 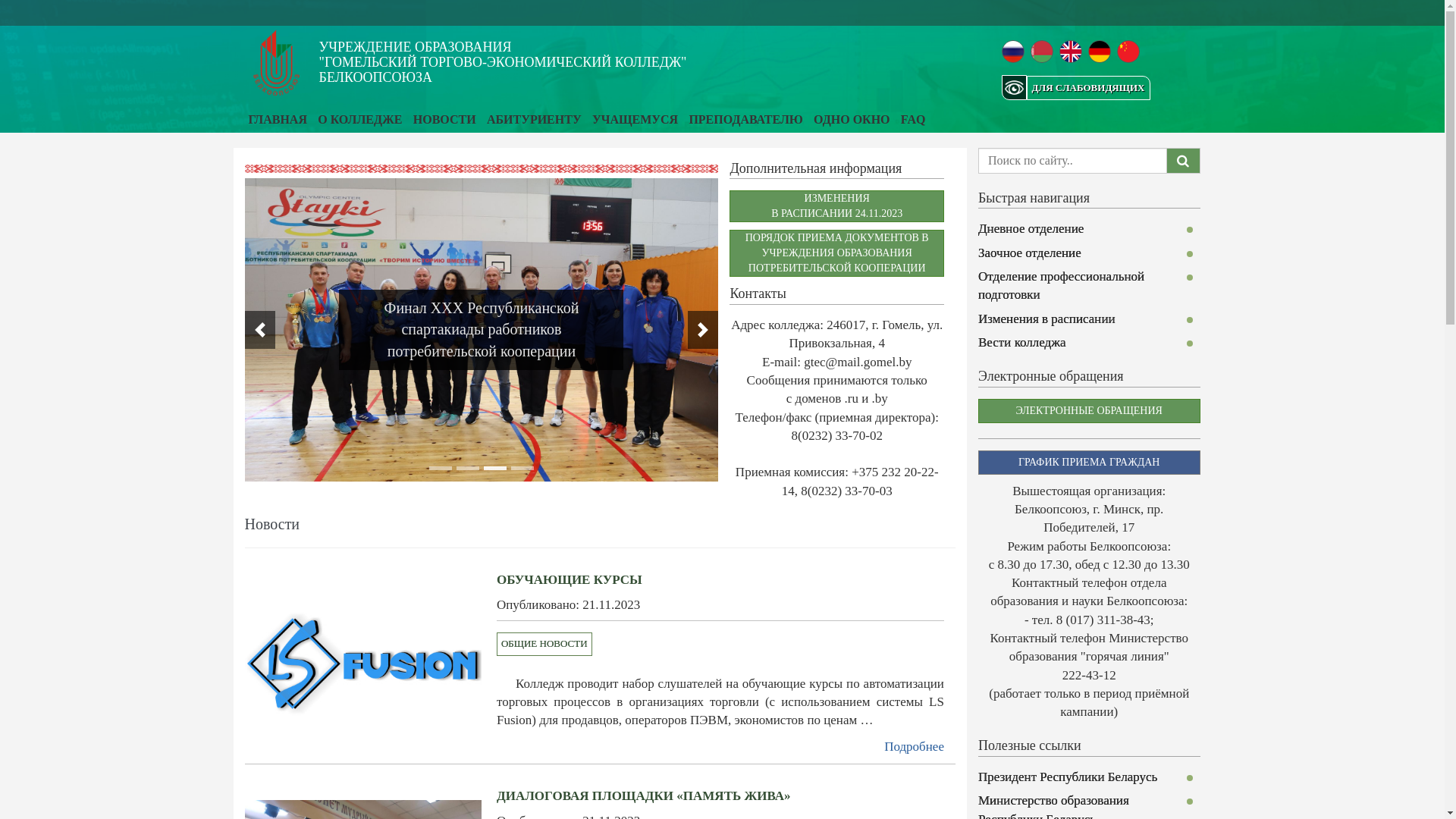 I want to click on 'FAQ', so click(x=901, y=119).